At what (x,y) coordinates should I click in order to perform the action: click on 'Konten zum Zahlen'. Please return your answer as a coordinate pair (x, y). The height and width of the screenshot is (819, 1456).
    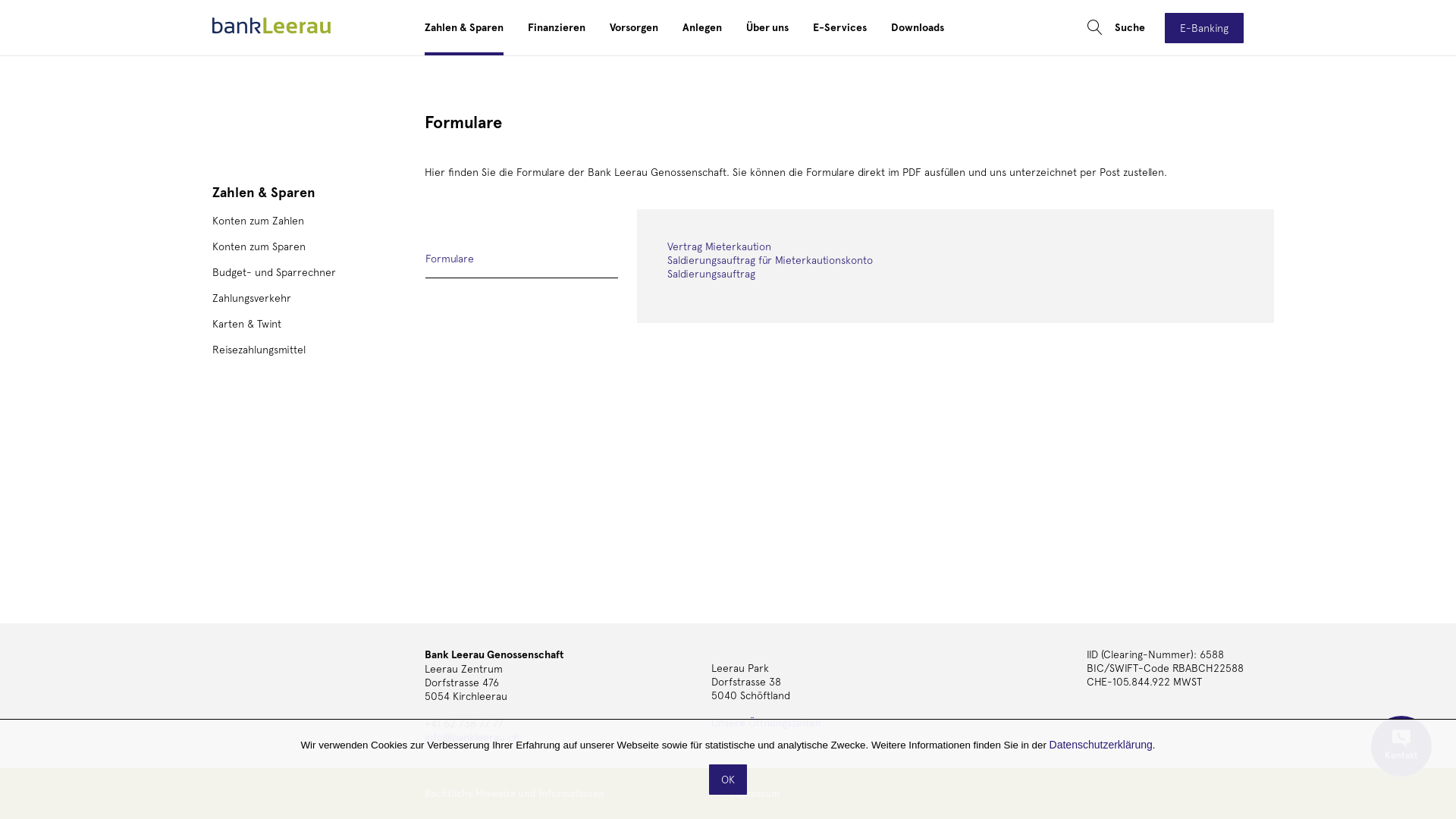
    Looking at the image, I should click on (258, 220).